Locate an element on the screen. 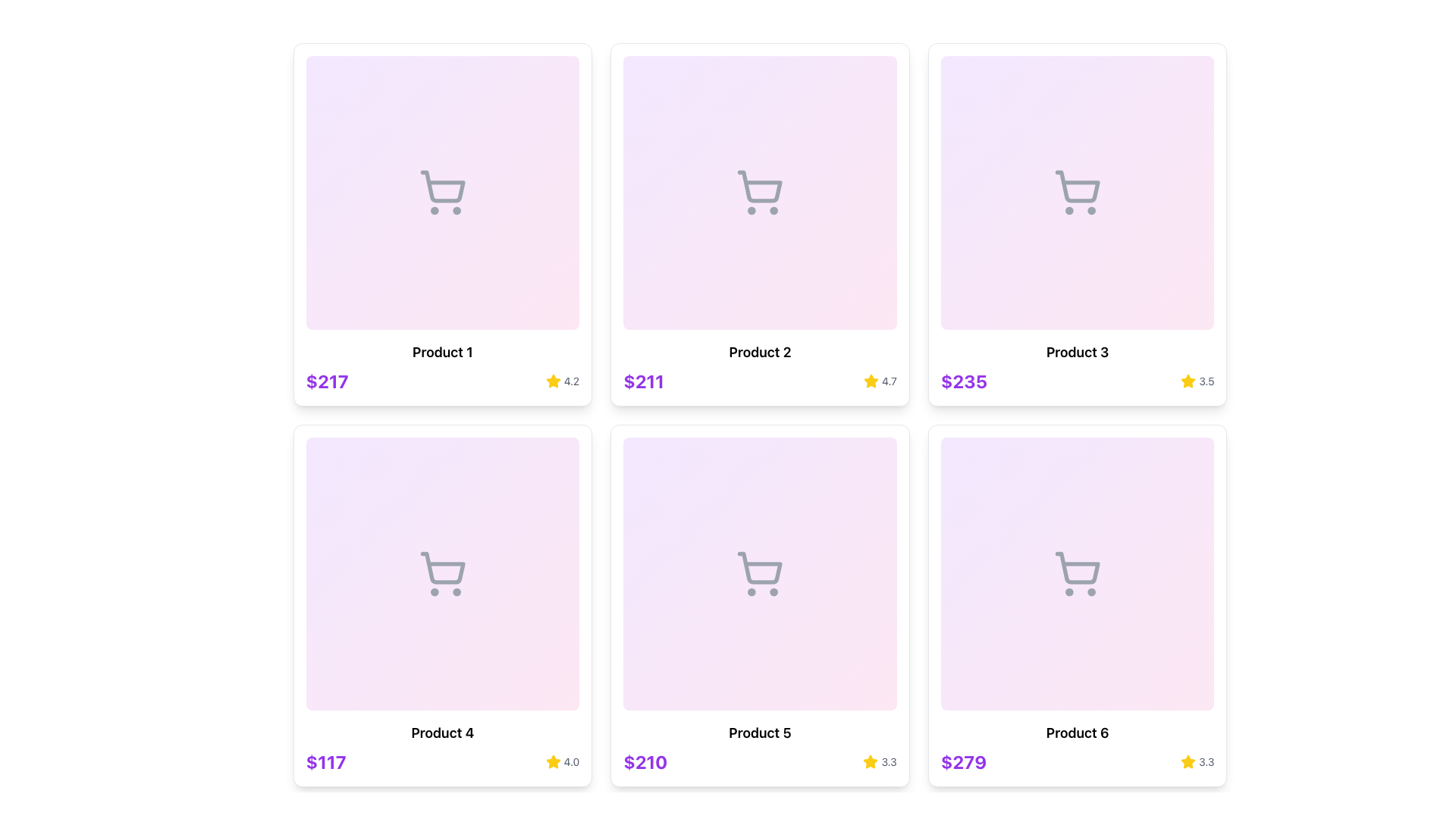  shopping cart icon located at the center of the pastel purple card labeled with the price '$217' for visual details is located at coordinates (441, 192).